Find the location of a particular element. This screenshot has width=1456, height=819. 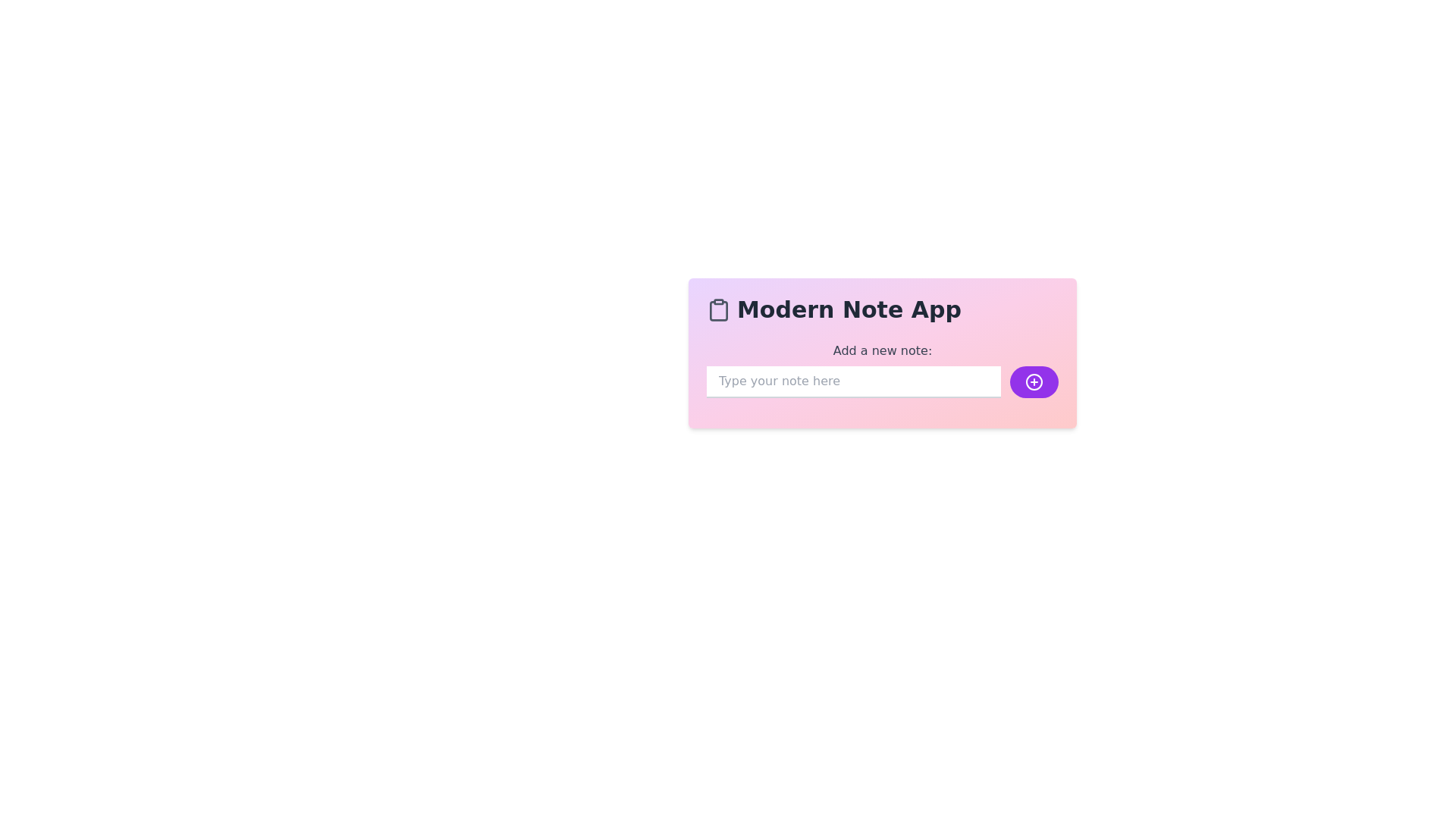

the purple button with a white circular plus icon is located at coordinates (1033, 381).